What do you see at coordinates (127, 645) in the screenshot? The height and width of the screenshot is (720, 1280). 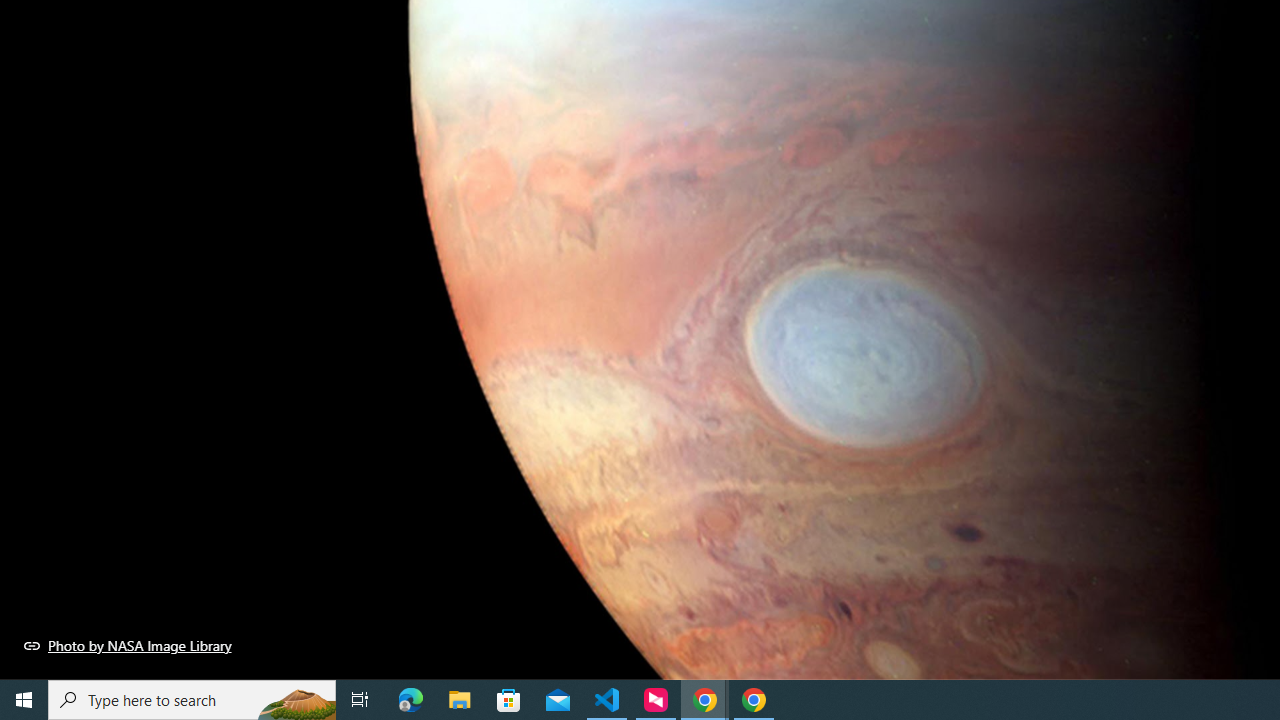 I see `'Photo by NASA Image Library'` at bounding box center [127, 645].